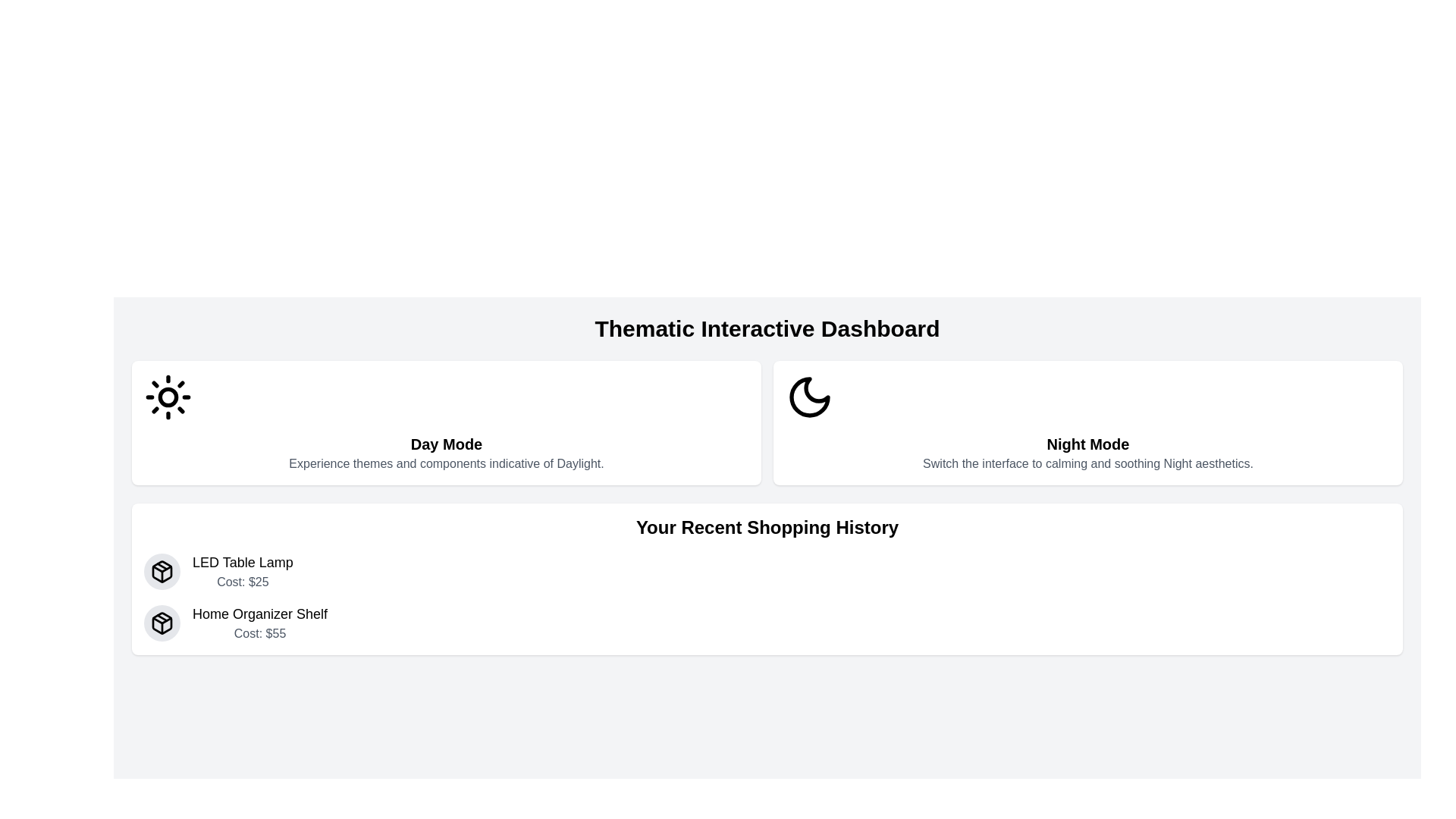 This screenshot has width=1456, height=819. I want to click on the 3D box icon located in the 'Your Recent Shopping History' section, next to the text 'LED Table Lamp', so click(162, 570).